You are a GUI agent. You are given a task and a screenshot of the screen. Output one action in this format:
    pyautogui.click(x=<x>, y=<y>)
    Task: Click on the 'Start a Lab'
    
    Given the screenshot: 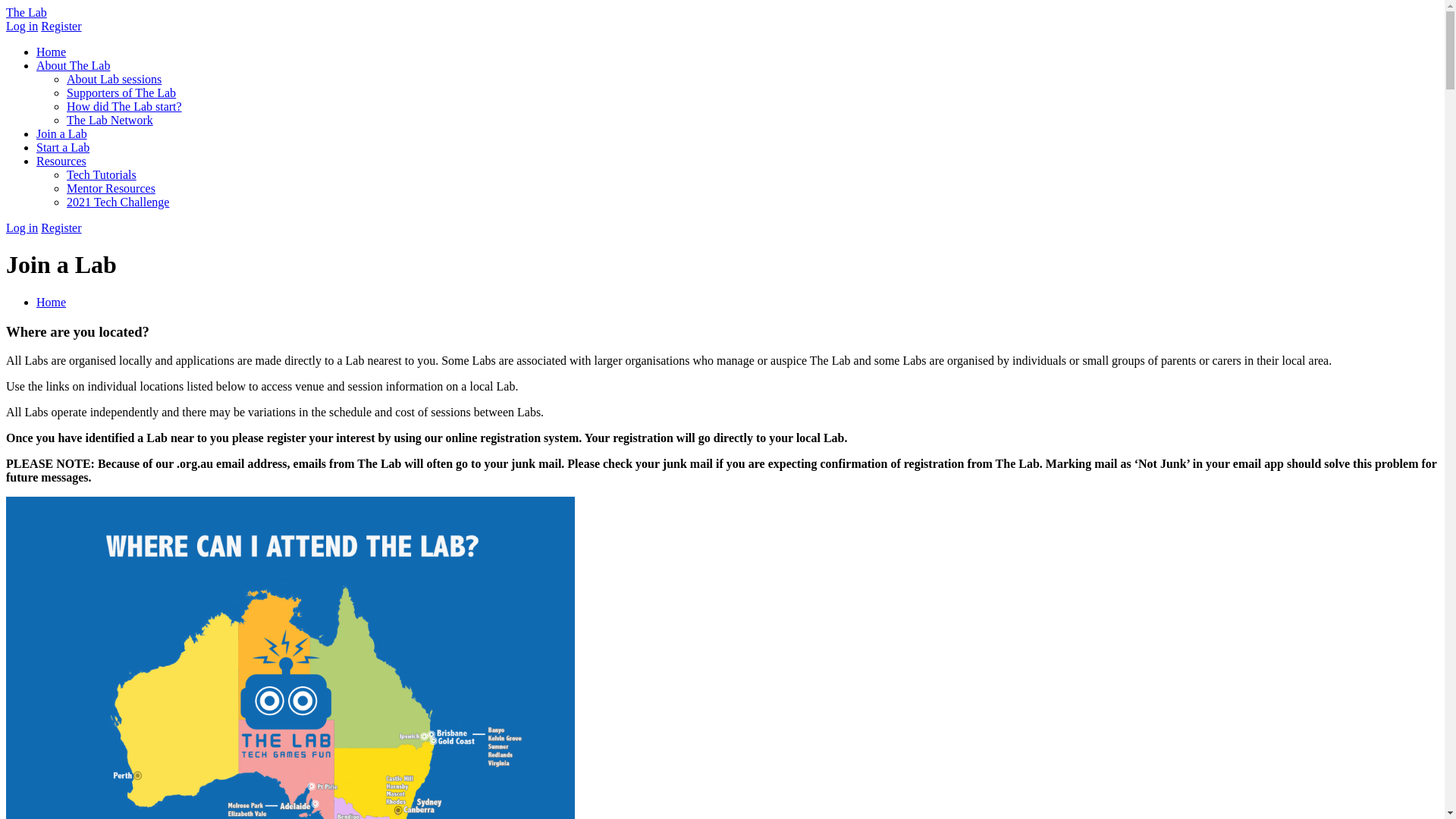 What is the action you would take?
    pyautogui.click(x=61, y=147)
    